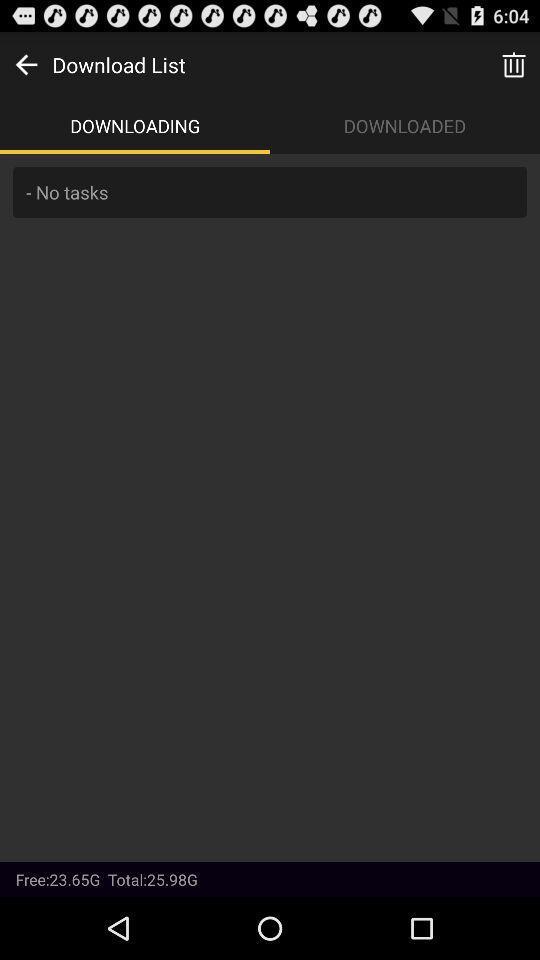 Image resolution: width=540 pixels, height=960 pixels. Describe the element at coordinates (513, 64) in the screenshot. I see `trash can` at that location.